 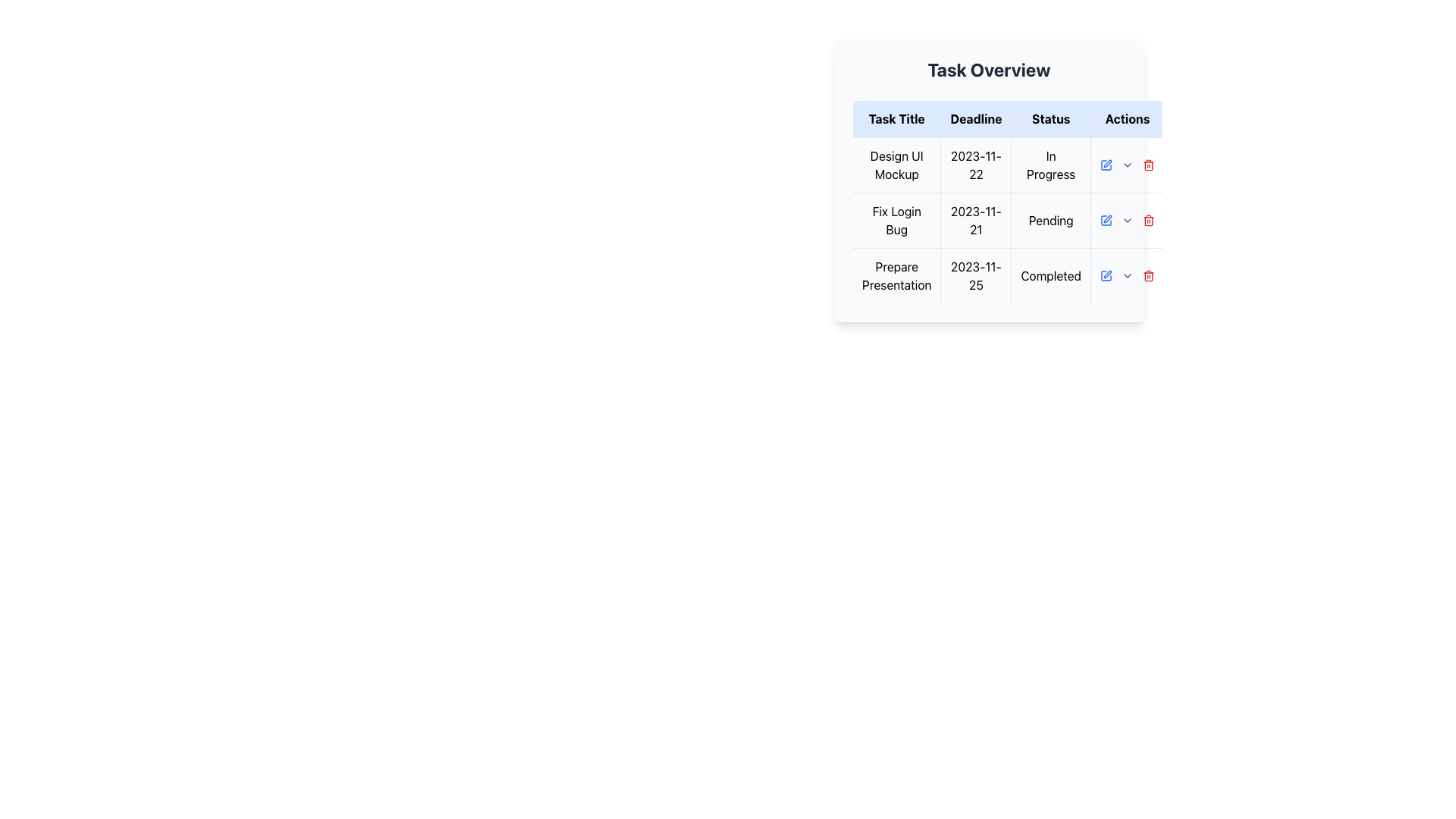 I want to click on the individual icons within the Button Group located in the fourth cell of the row titled 'Fix Login Bug' in the 'Actions' column, so click(x=1128, y=220).